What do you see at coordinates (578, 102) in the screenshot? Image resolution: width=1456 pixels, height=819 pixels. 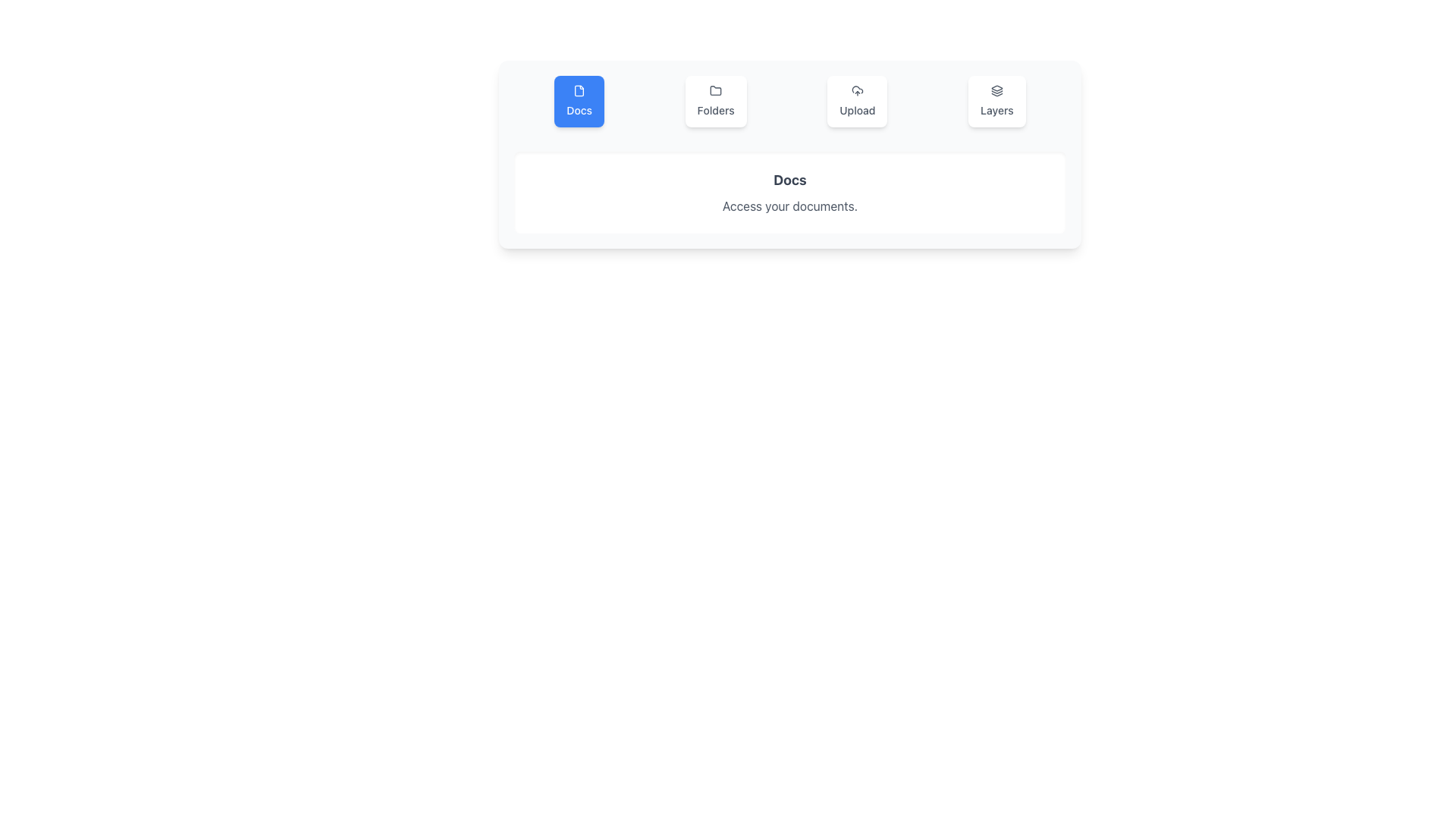 I see `the 'Docs' button, which is a rectangular button with a blue background and a white document icon, using assistive technologies` at bounding box center [578, 102].